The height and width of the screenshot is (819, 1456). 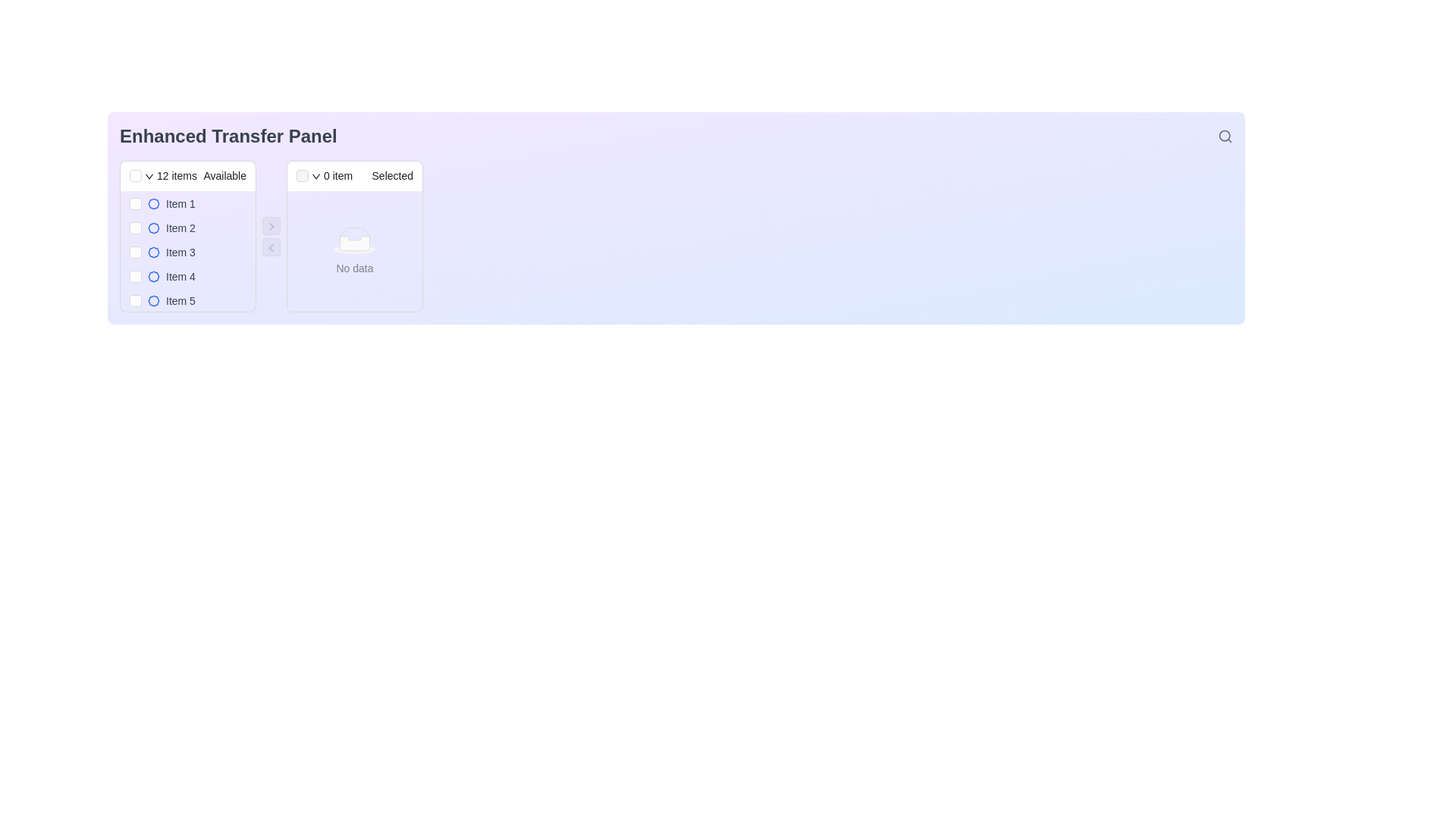 What do you see at coordinates (353, 250) in the screenshot?
I see `the Placeholder element that displays a message indicating no data available in the center of the 'Selected' list panel` at bounding box center [353, 250].